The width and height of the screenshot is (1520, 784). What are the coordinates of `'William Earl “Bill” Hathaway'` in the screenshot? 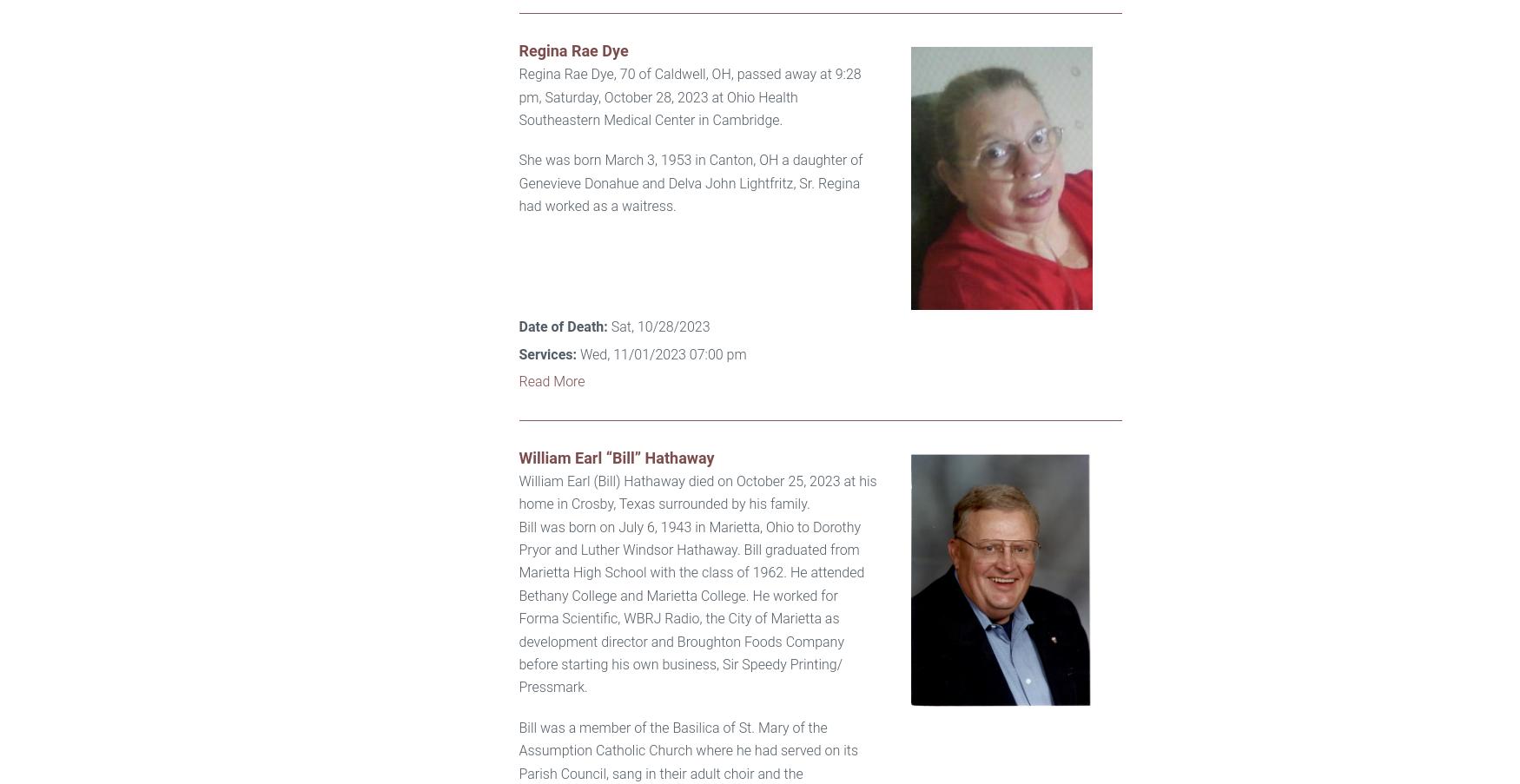 It's located at (616, 456).